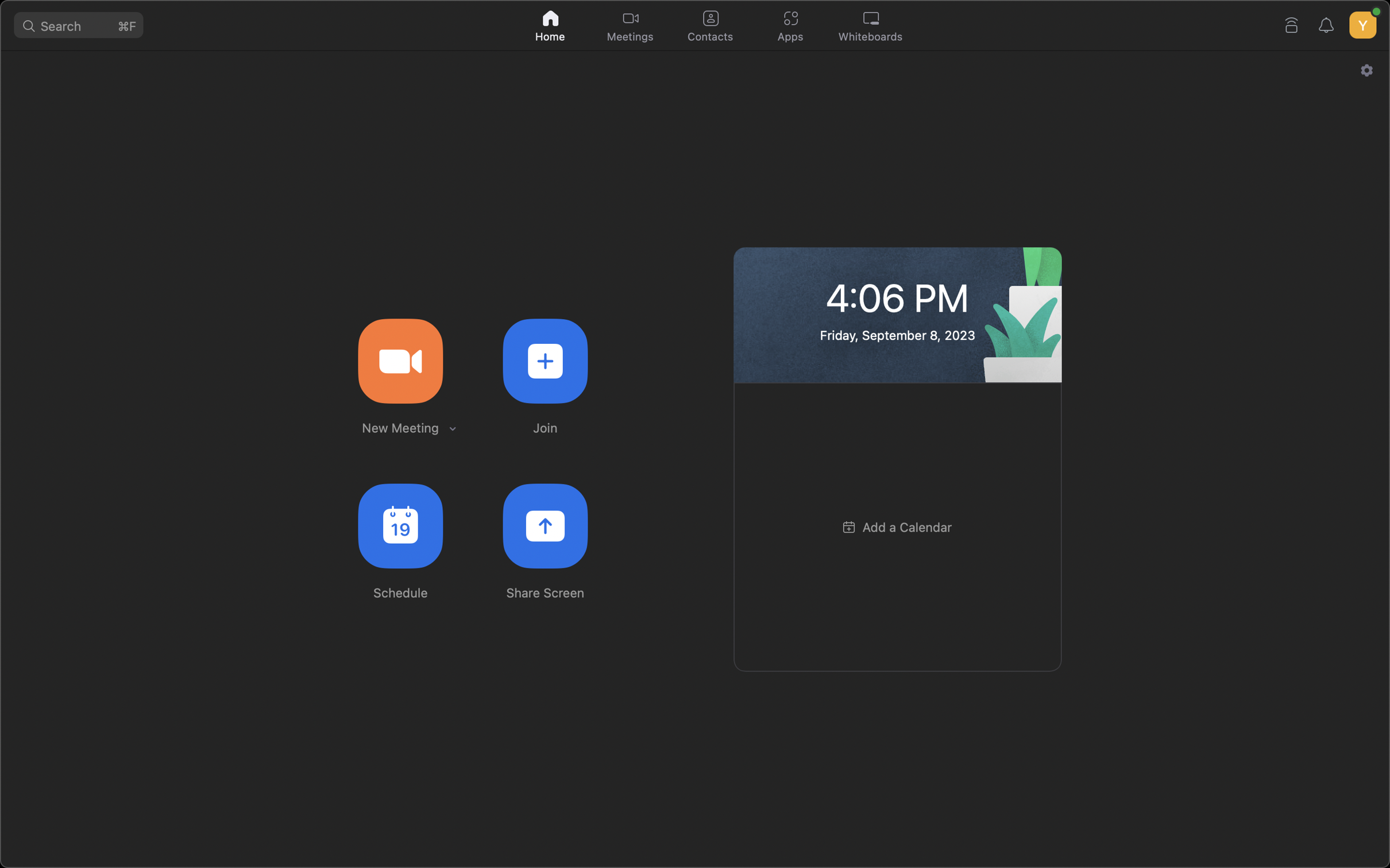 The width and height of the screenshot is (1390, 868). Describe the element at coordinates (545, 359) in the screenshot. I see `a group call by providing the meeting ID 123456789` at that location.